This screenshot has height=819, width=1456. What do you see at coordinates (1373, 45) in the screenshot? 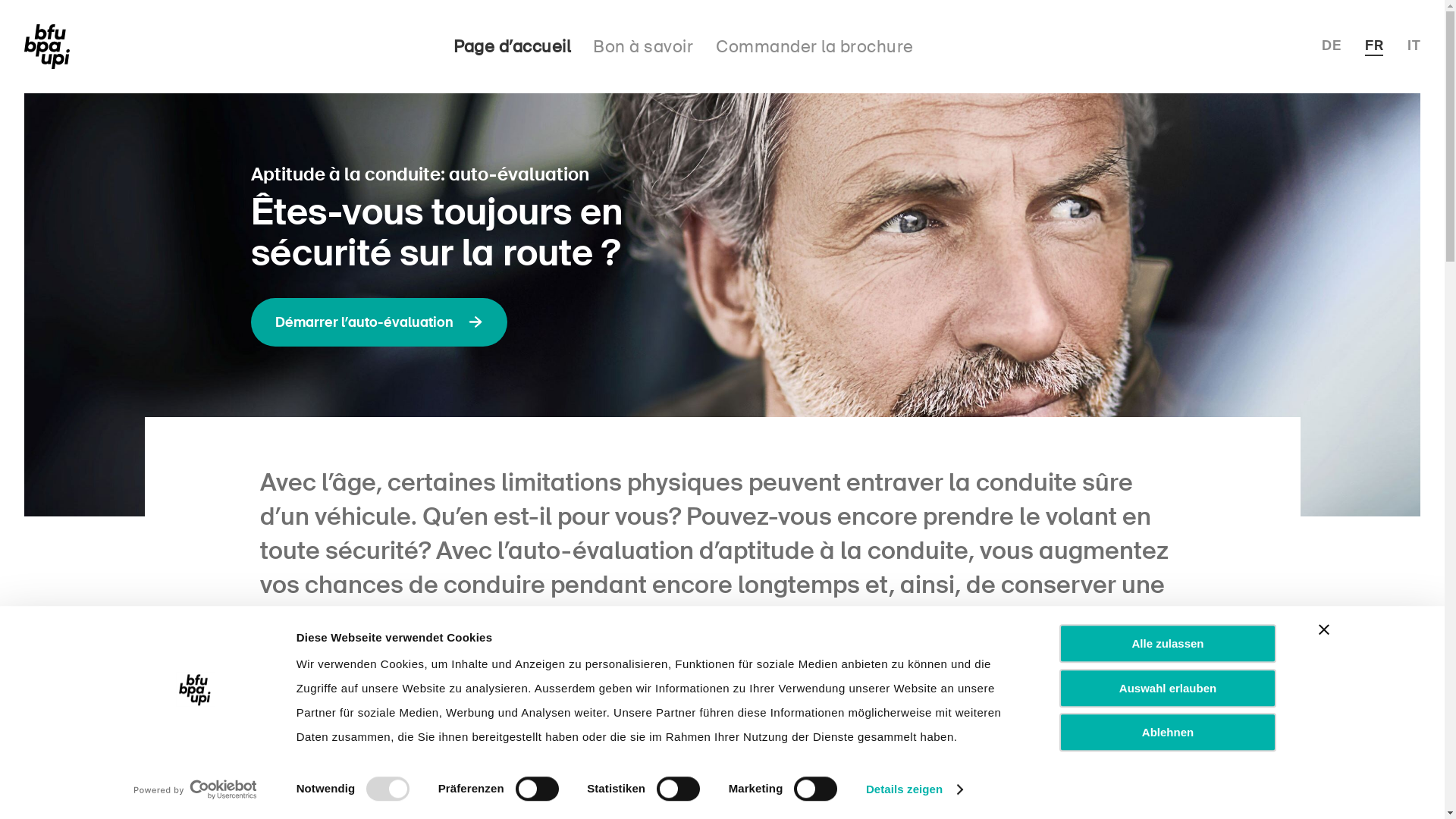
I see `'FR'` at bounding box center [1373, 45].